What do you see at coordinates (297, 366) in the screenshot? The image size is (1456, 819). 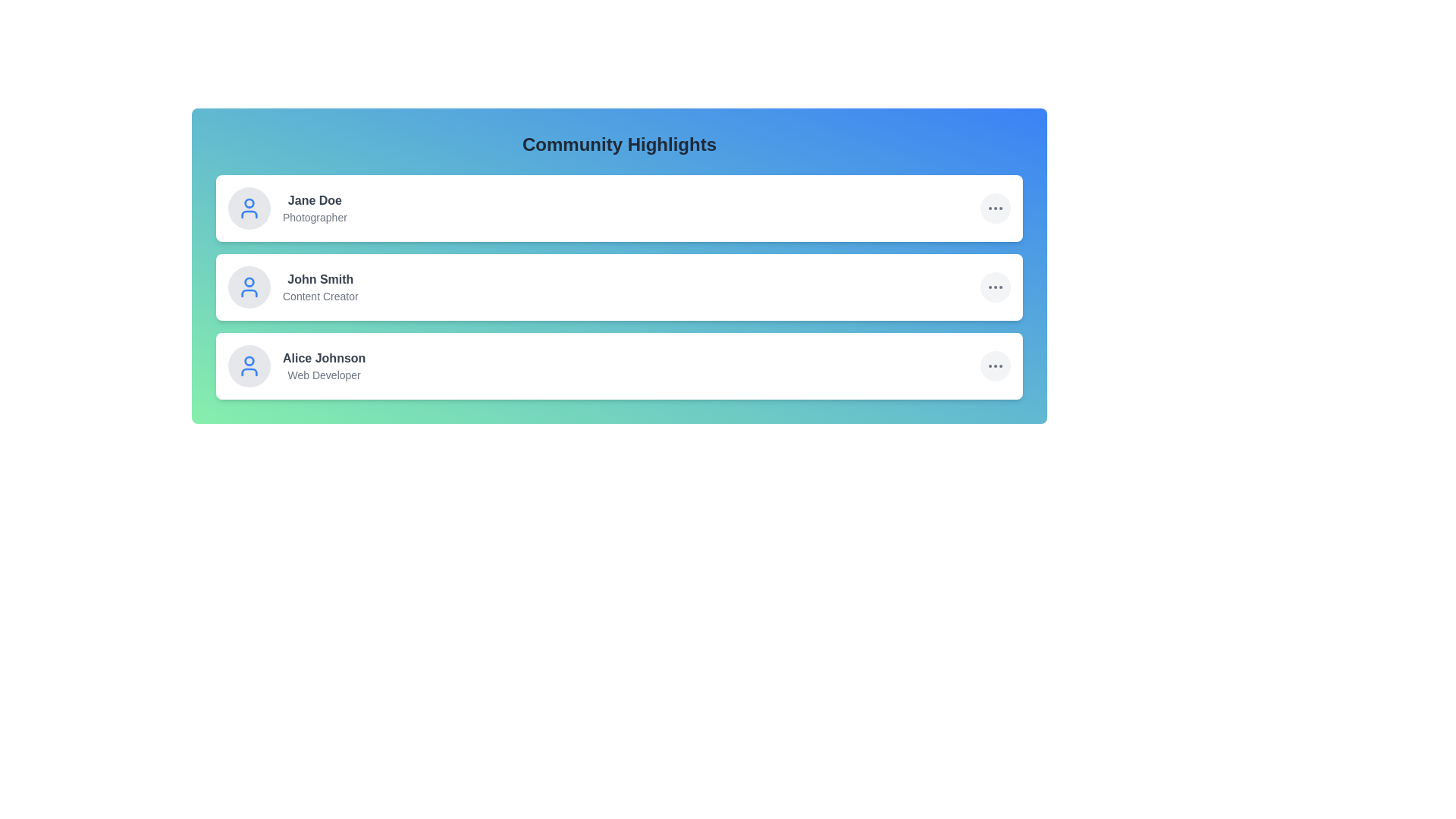 I see `the combined textual and graphical display component showing 'Alice Johnson' as a Web Developer` at bounding box center [297, 366].